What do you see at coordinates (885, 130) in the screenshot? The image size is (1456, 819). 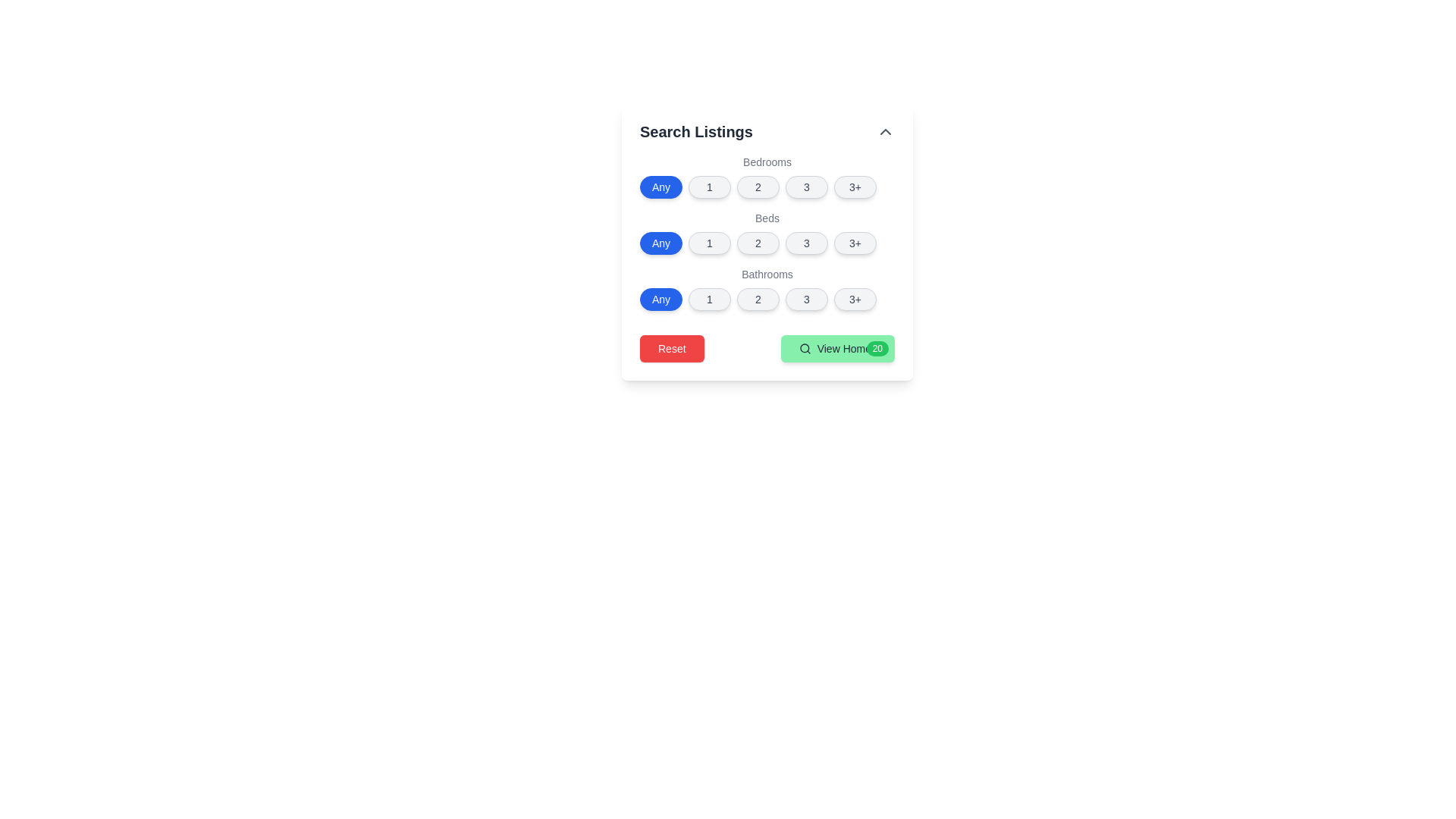 I see `the toggle button located at the top-right of the 'Search Listings' header section to change its color for visual feedback` at bounding box center [885, 130].